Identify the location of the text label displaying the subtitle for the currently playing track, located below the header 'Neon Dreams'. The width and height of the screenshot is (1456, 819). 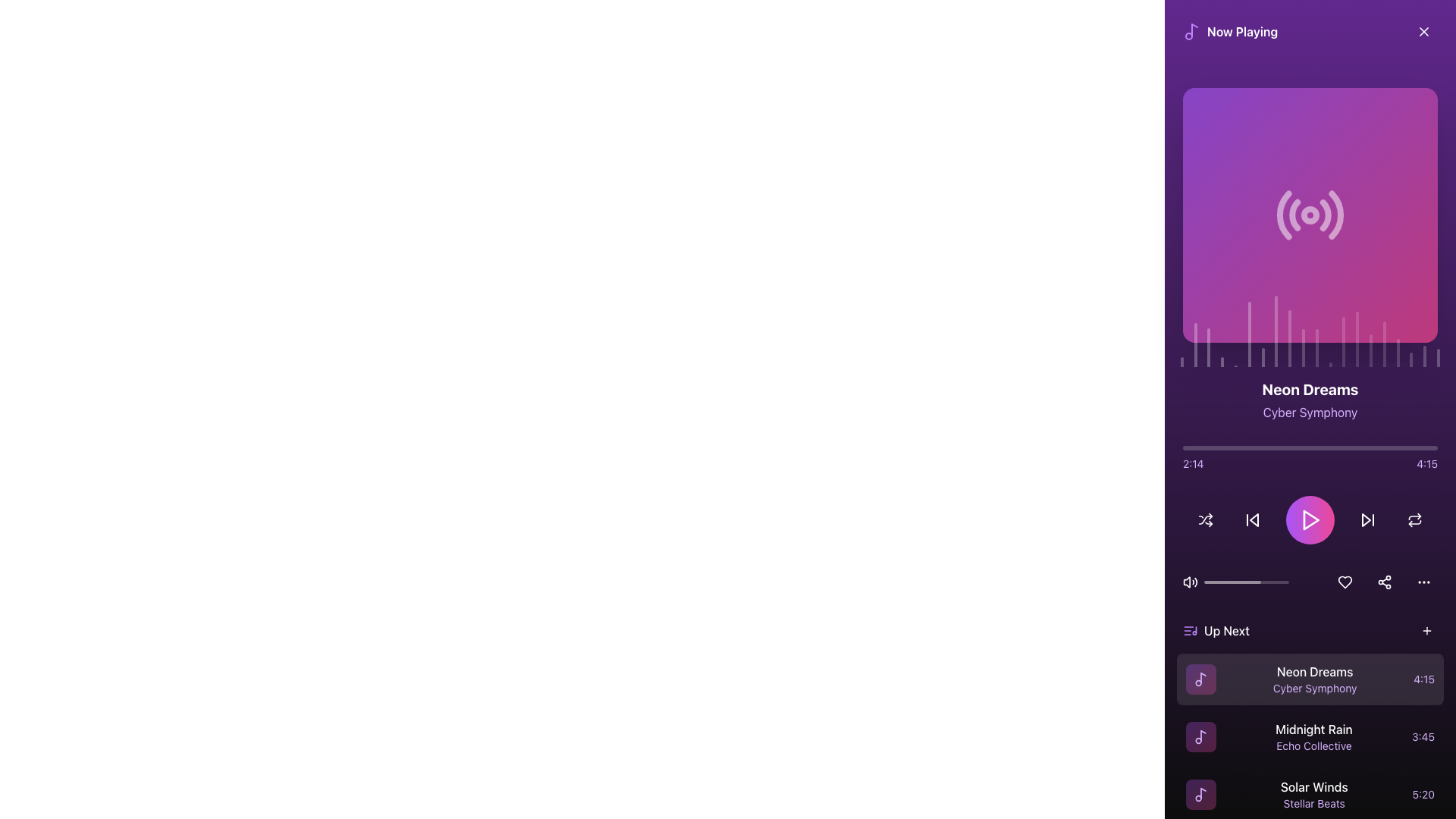
(1310, 412).